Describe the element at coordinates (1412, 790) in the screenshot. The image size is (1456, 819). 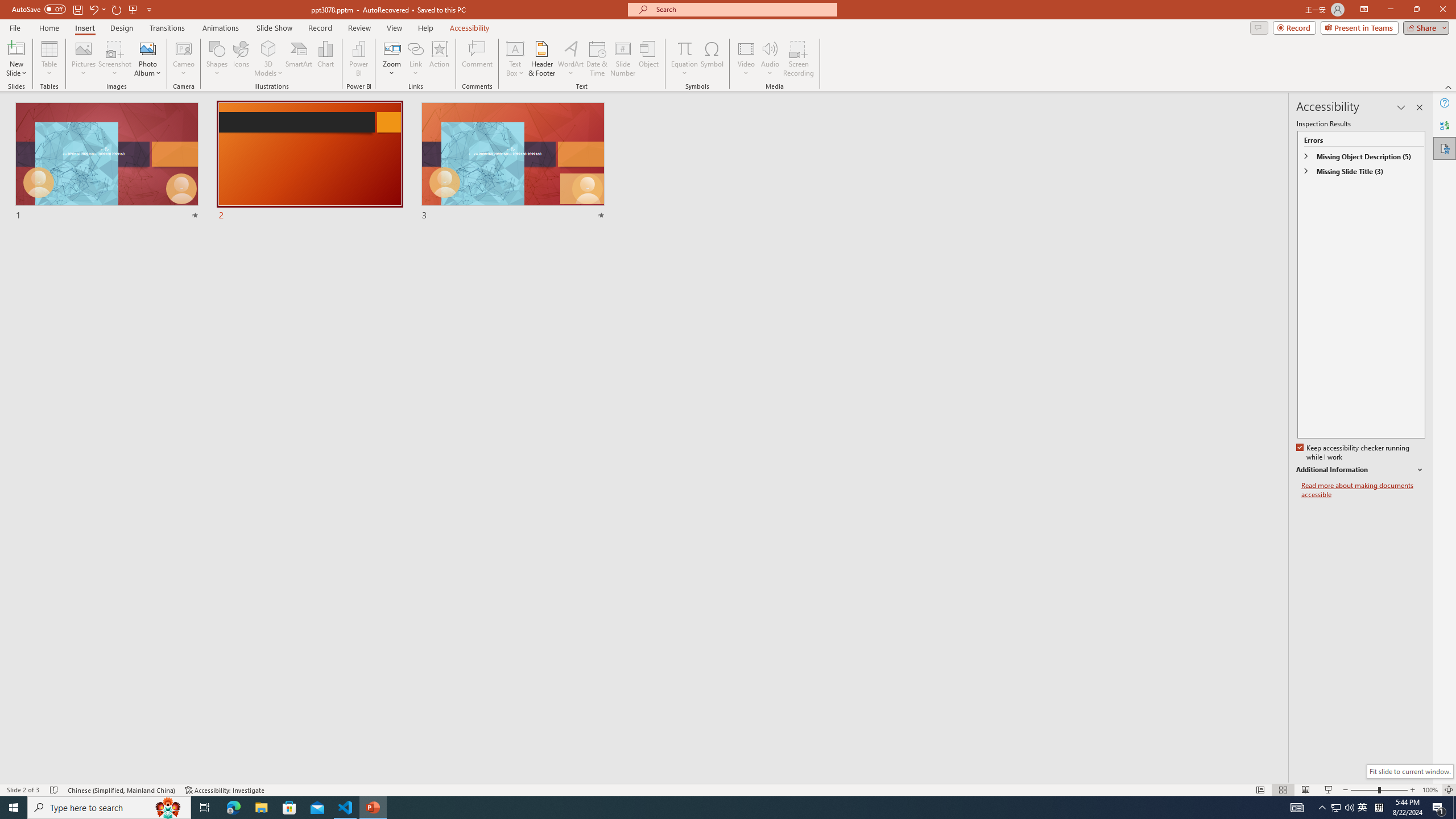
I see `'Zoom In'` at that location.